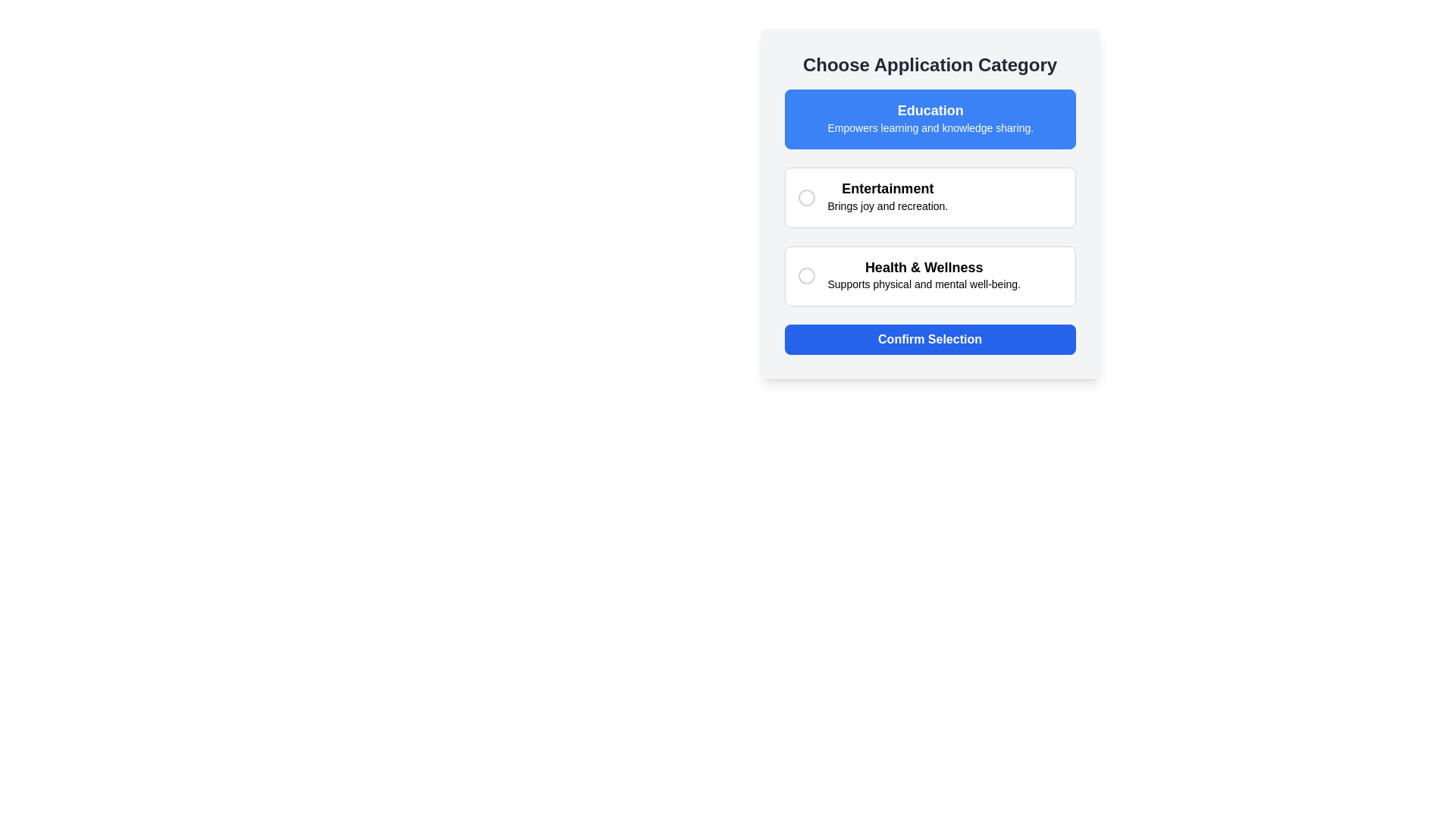 The image size is (1456, 819). What do you see at coordinates (805, 276) in the screenshot?
I see `the 'Health & Wellness' radio button control` at bounding box center [805, 276].